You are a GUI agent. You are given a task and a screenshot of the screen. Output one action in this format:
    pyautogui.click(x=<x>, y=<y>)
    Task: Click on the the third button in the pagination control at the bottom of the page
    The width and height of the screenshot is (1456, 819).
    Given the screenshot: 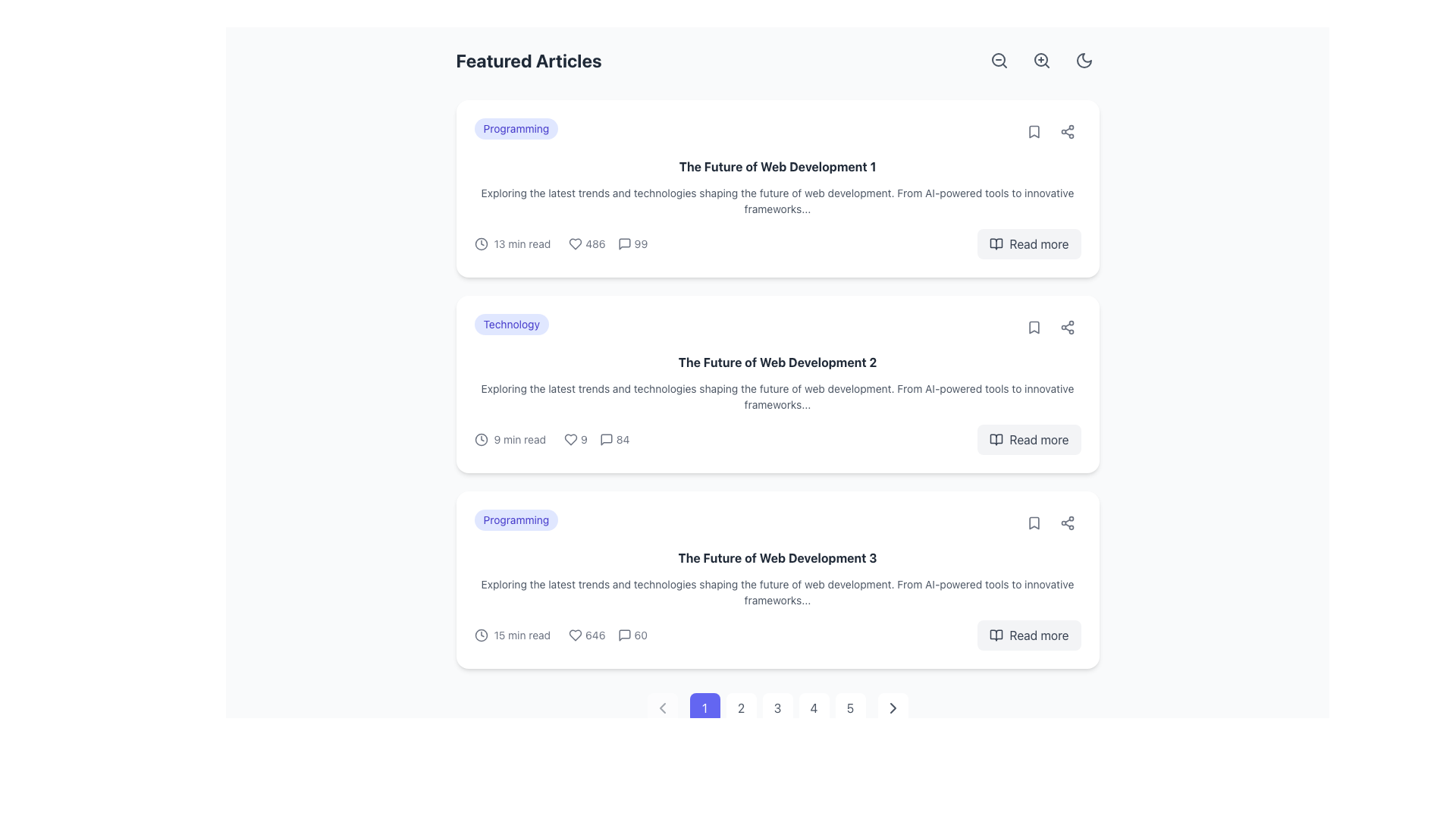 What is the action you would take?
    pyautogui.click(x=777, y=708)
    